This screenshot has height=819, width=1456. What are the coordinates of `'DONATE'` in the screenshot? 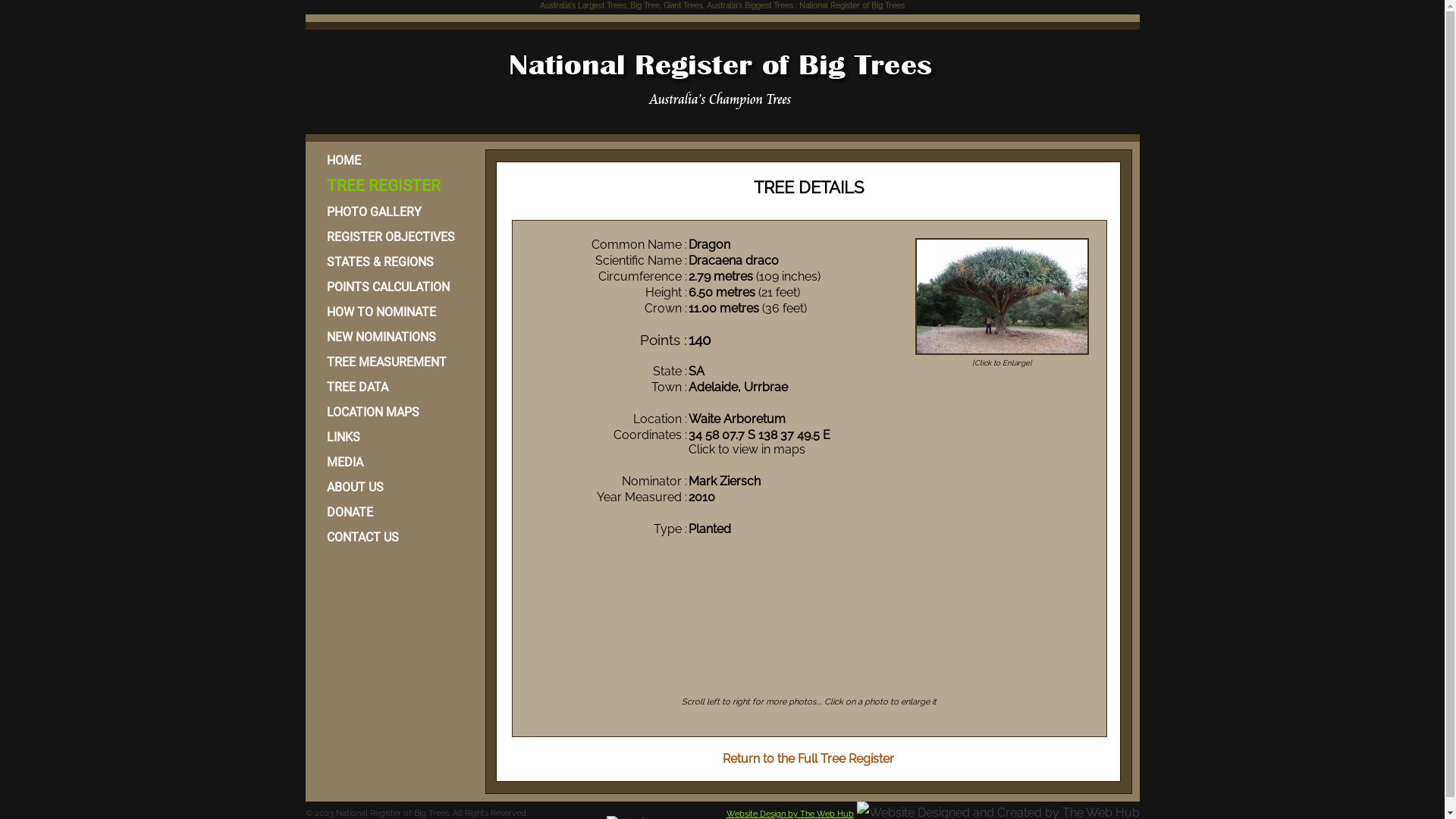 It's located at (393, 512).